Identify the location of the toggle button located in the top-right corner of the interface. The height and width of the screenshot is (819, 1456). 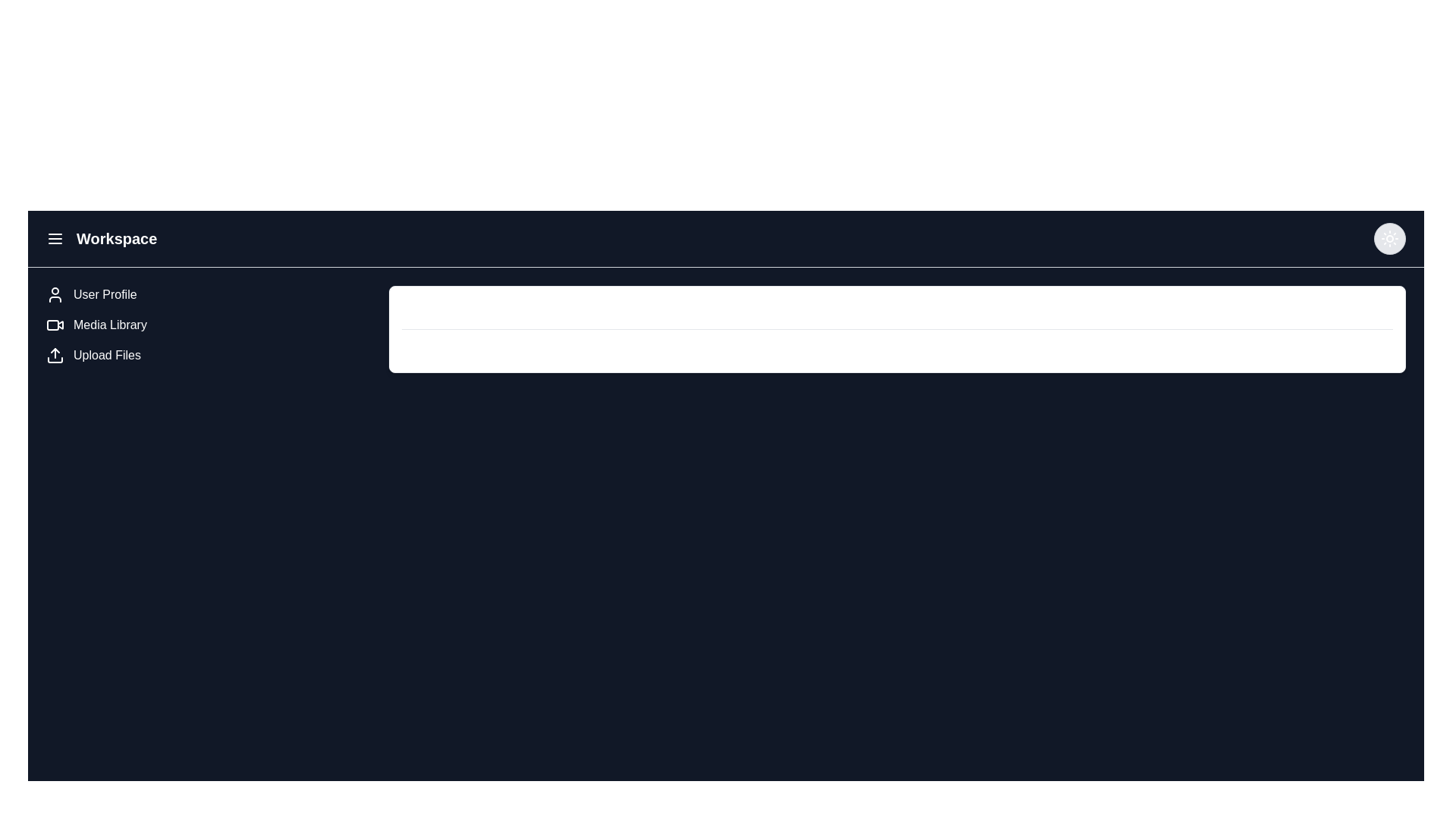
(1390, 239).